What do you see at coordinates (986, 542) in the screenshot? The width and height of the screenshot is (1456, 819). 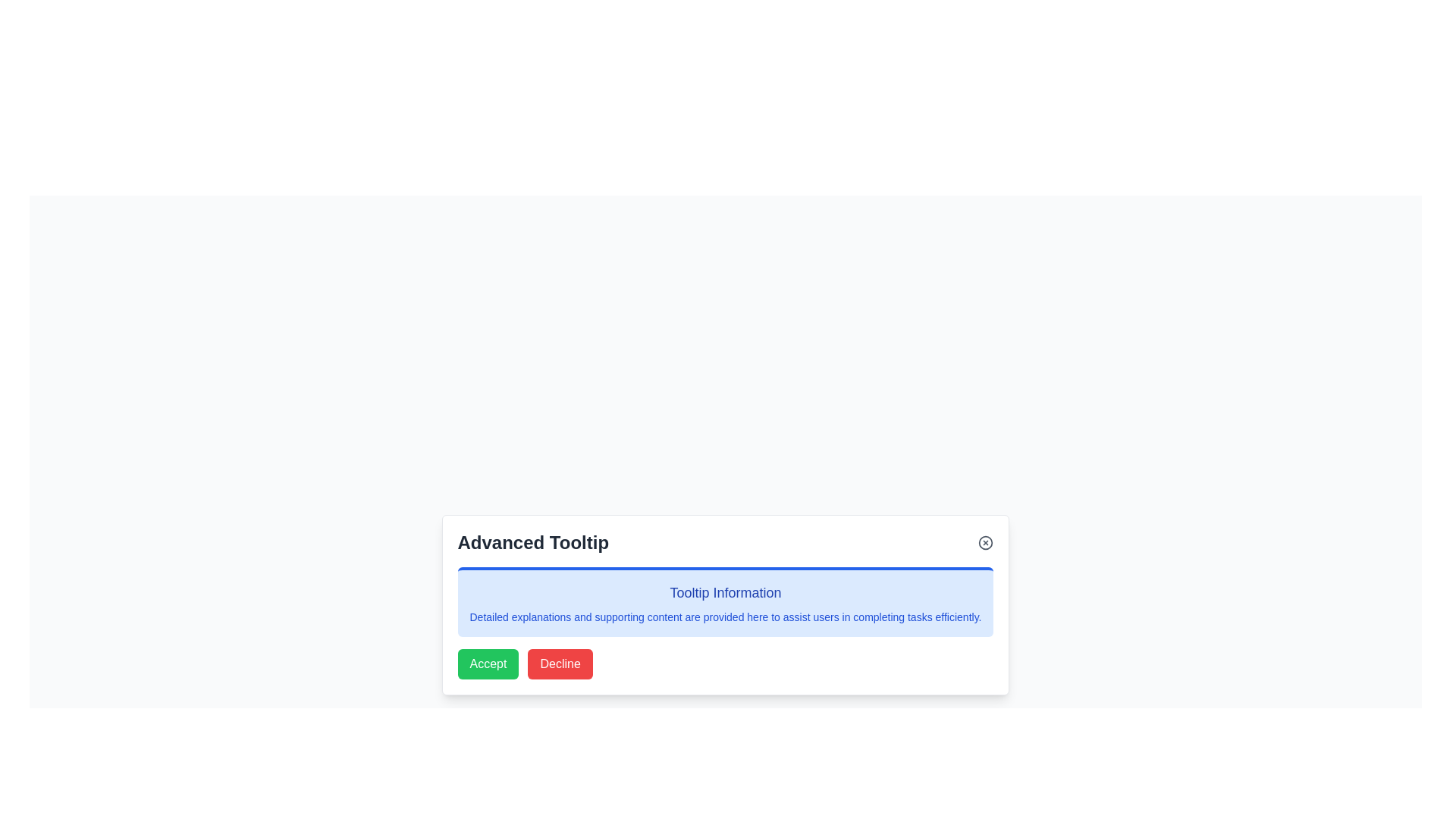 I see `the SVG Circle element located in the top-right corner of a tooltip modal, which is part of a close button icon` at bounding box center [986, 542].